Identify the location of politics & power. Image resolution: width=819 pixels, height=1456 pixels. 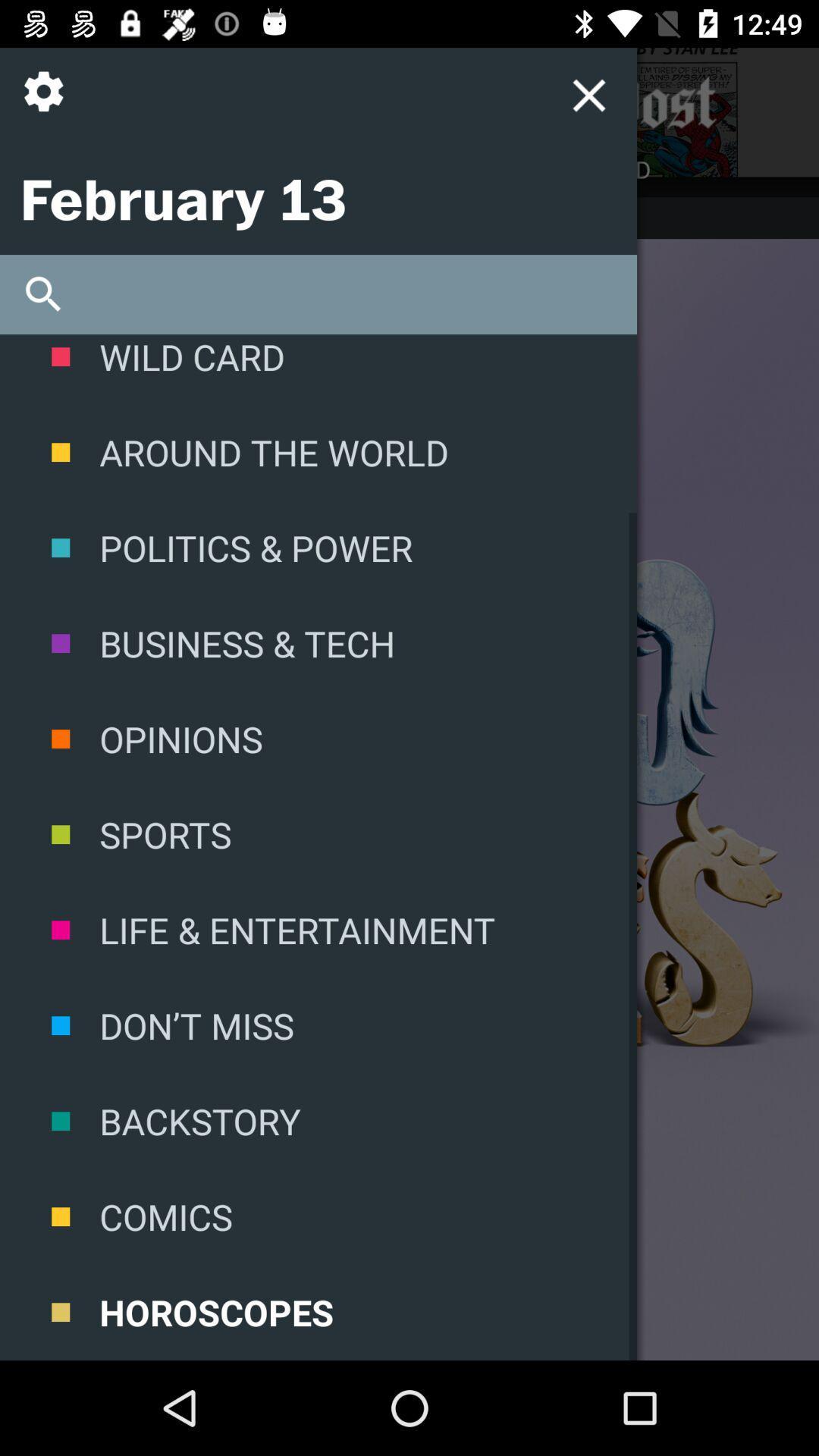
(318, 547).